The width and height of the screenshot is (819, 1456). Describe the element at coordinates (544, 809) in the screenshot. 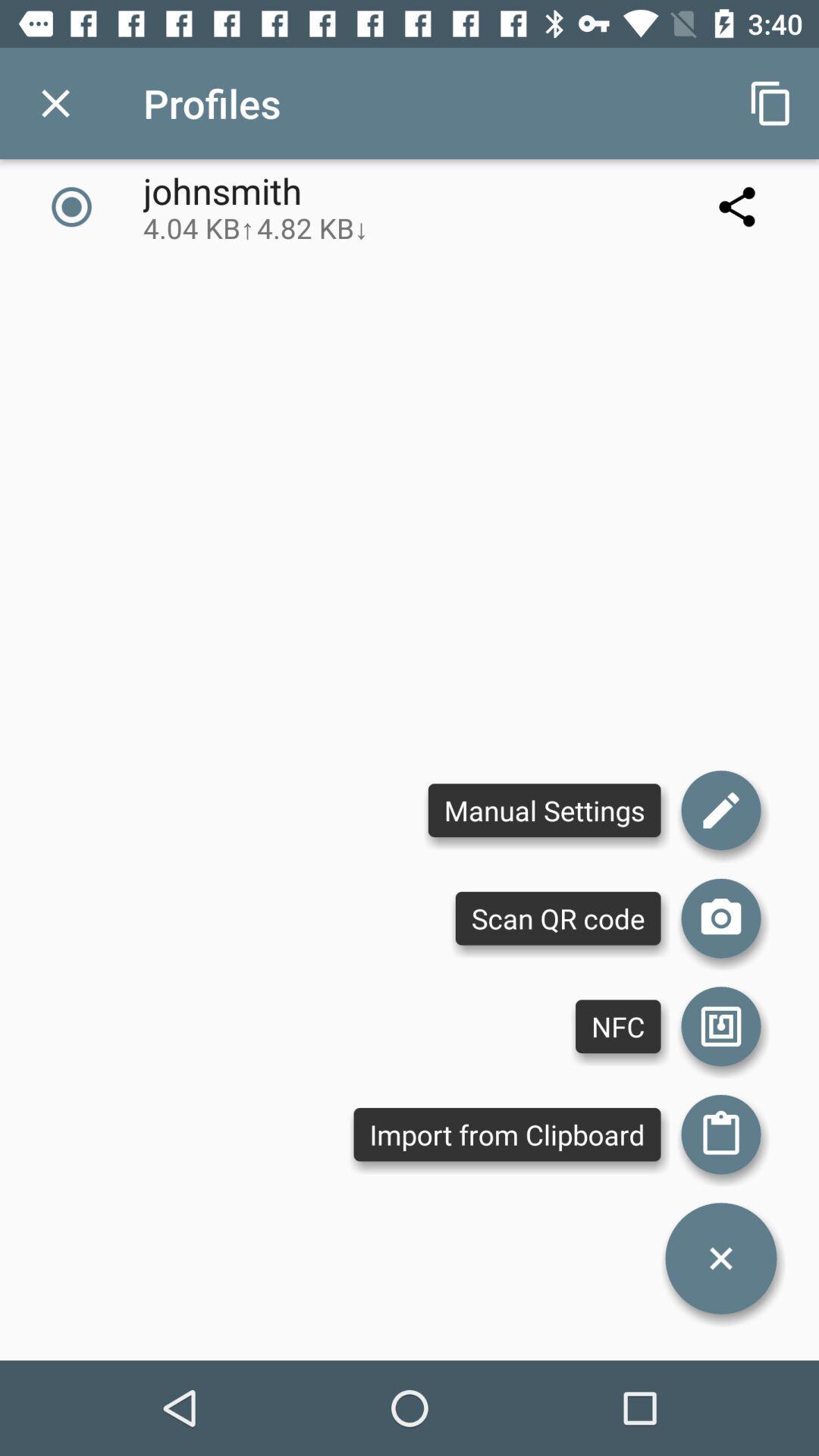

I see `item at the center` at that location.